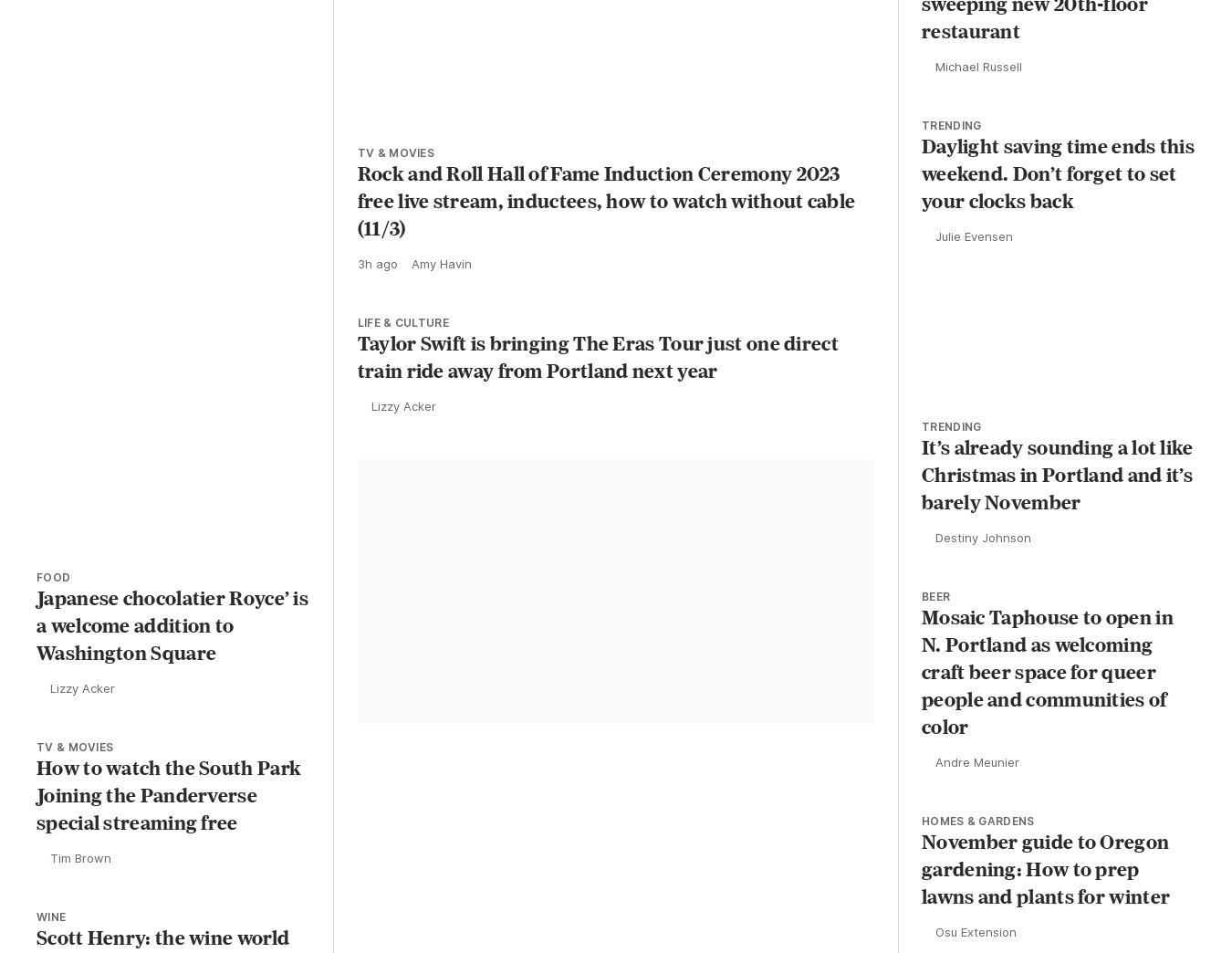 This screenshot has height=953, width=1232. Describe the element at coordinates (52, 628) in the screenshot. I see `'Food'` at that location.